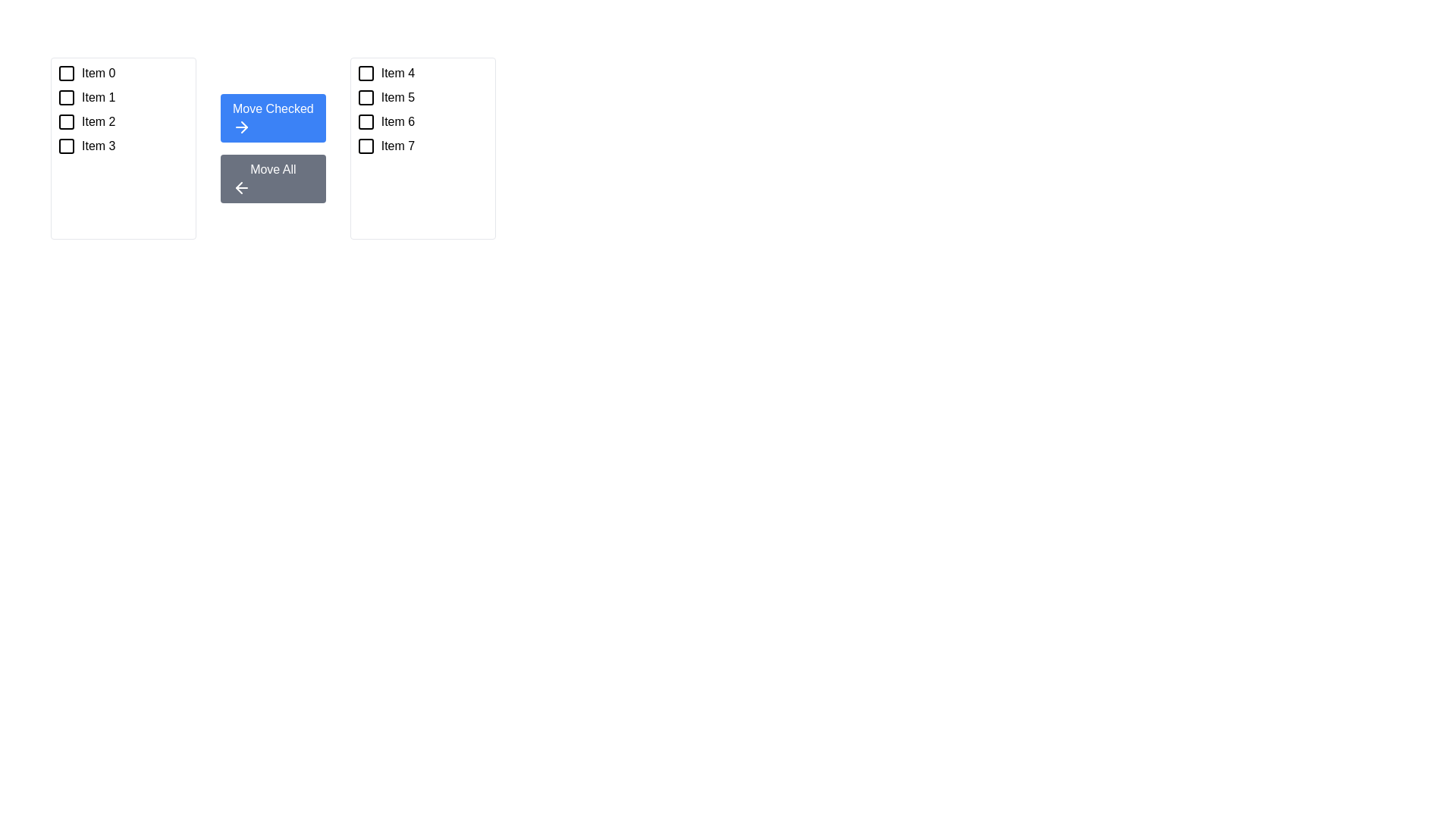 This screenshot has width=1456, height=819. What do you see at coordinates (366, 146) in the screenshot?
I see `the checkbox for 'Item 7', which is positioned in the far-right column, fourth in the list below the header` at bounding box center [366, 146].